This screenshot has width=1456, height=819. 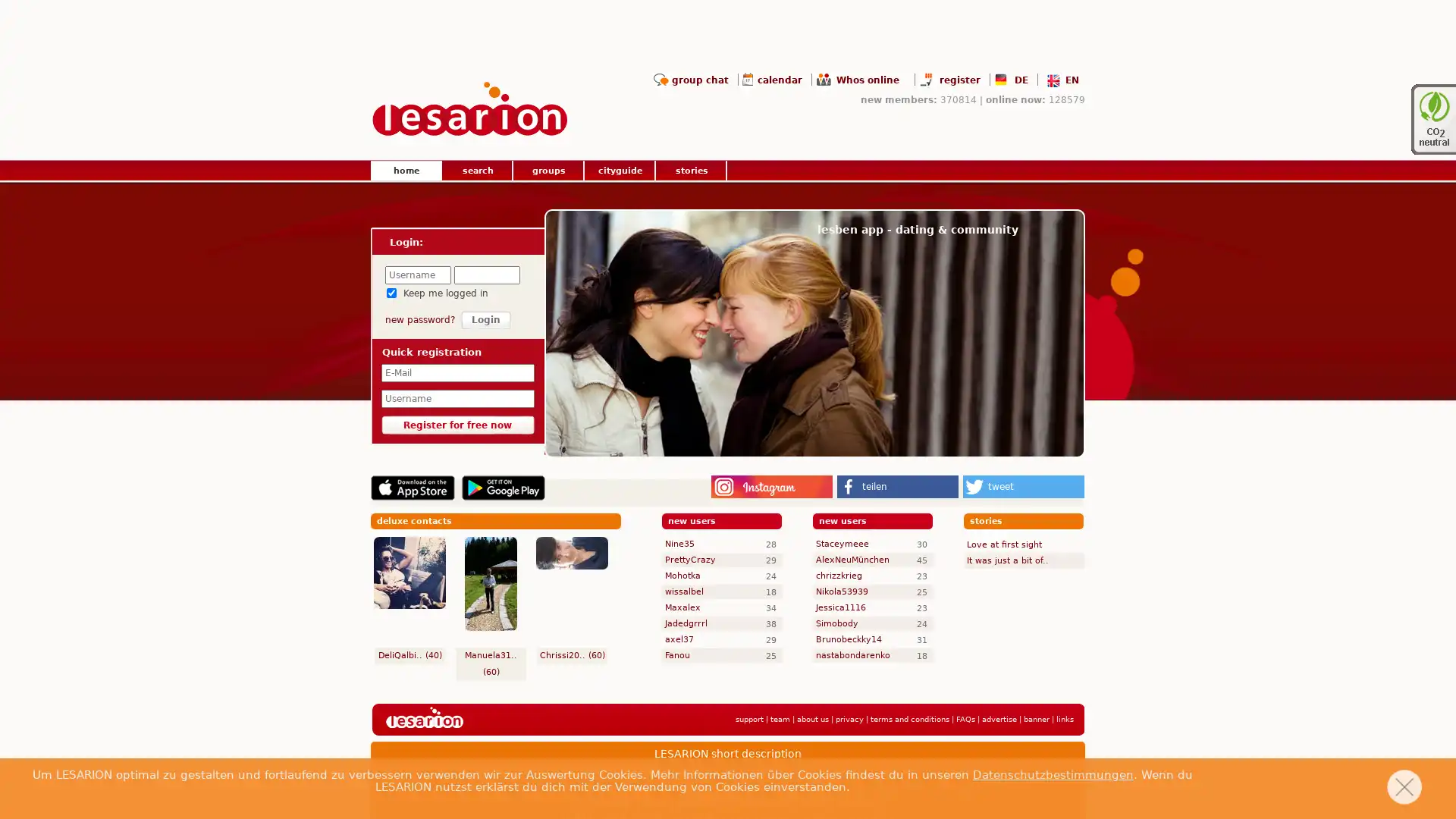 What do you see at coordinates (486, 318) in the screenshot?
I see `Login` at bounding box center [486, 318].